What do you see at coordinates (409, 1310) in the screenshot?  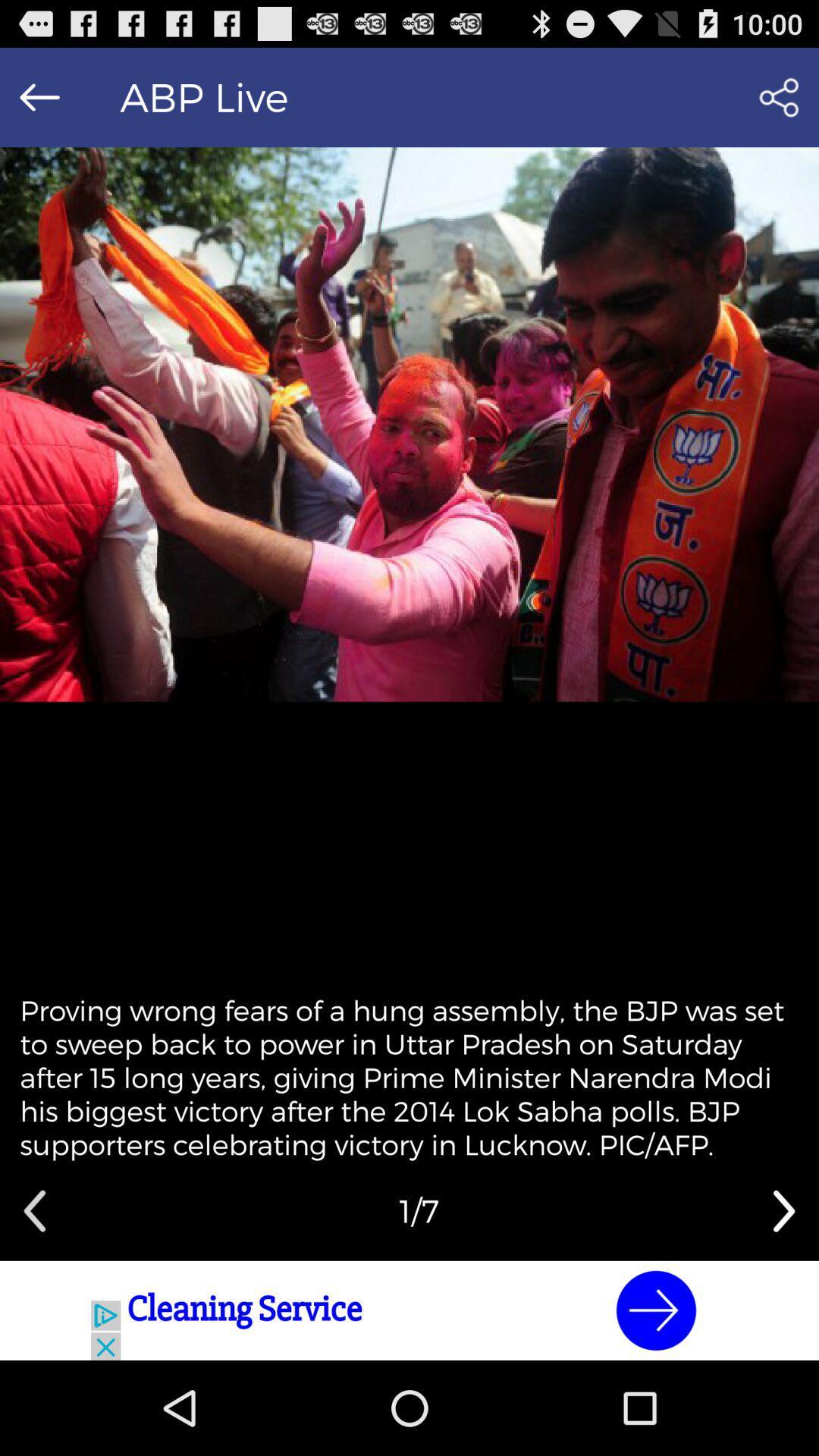 I see `advertisement` at bounding box center [409, 1310].